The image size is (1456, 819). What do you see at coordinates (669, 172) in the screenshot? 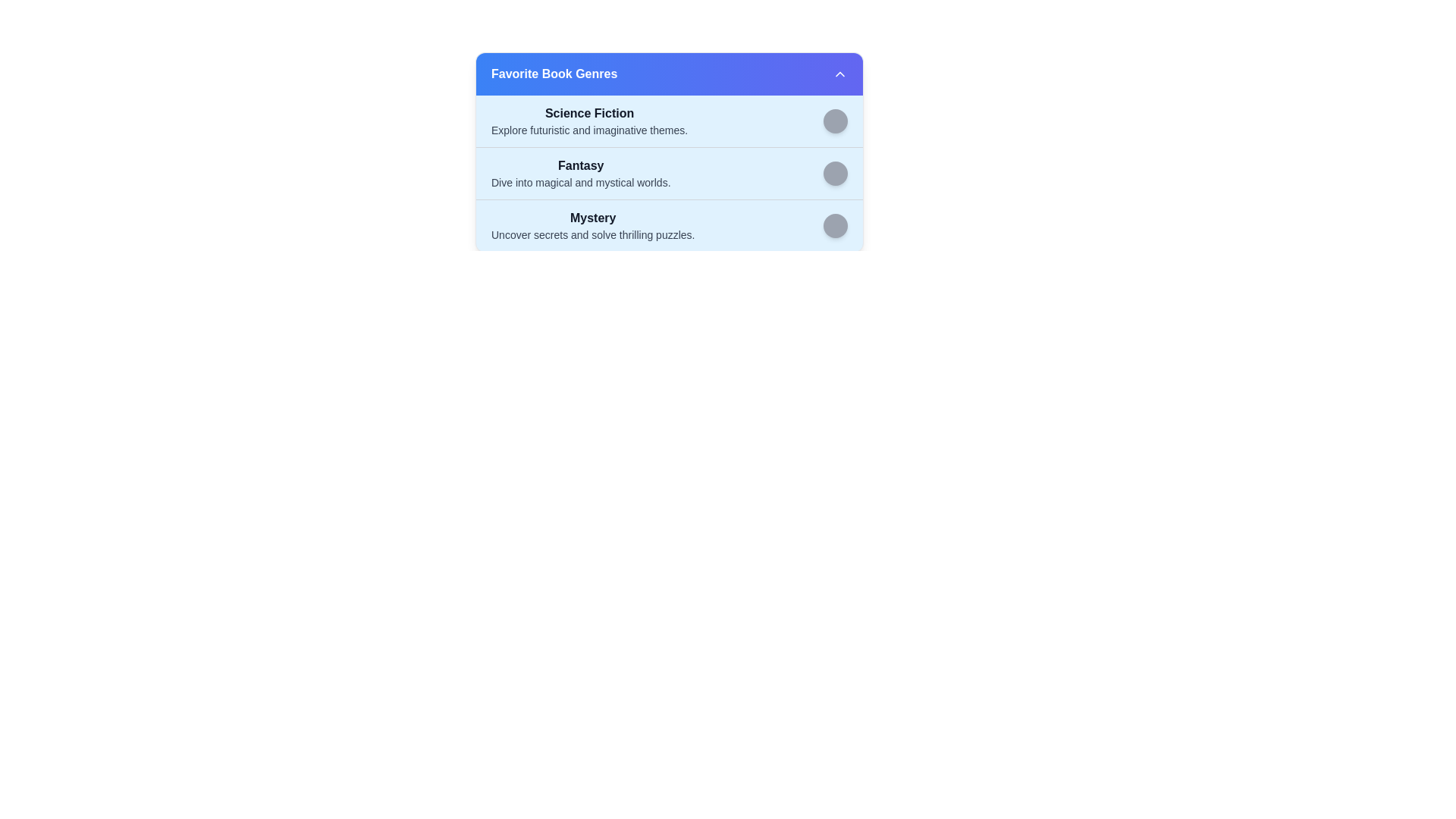
I see `the circular button of the 'Fantasy' list item in the 'Favorite Book Genres' section for interaction` at bounding box center [669, 172].